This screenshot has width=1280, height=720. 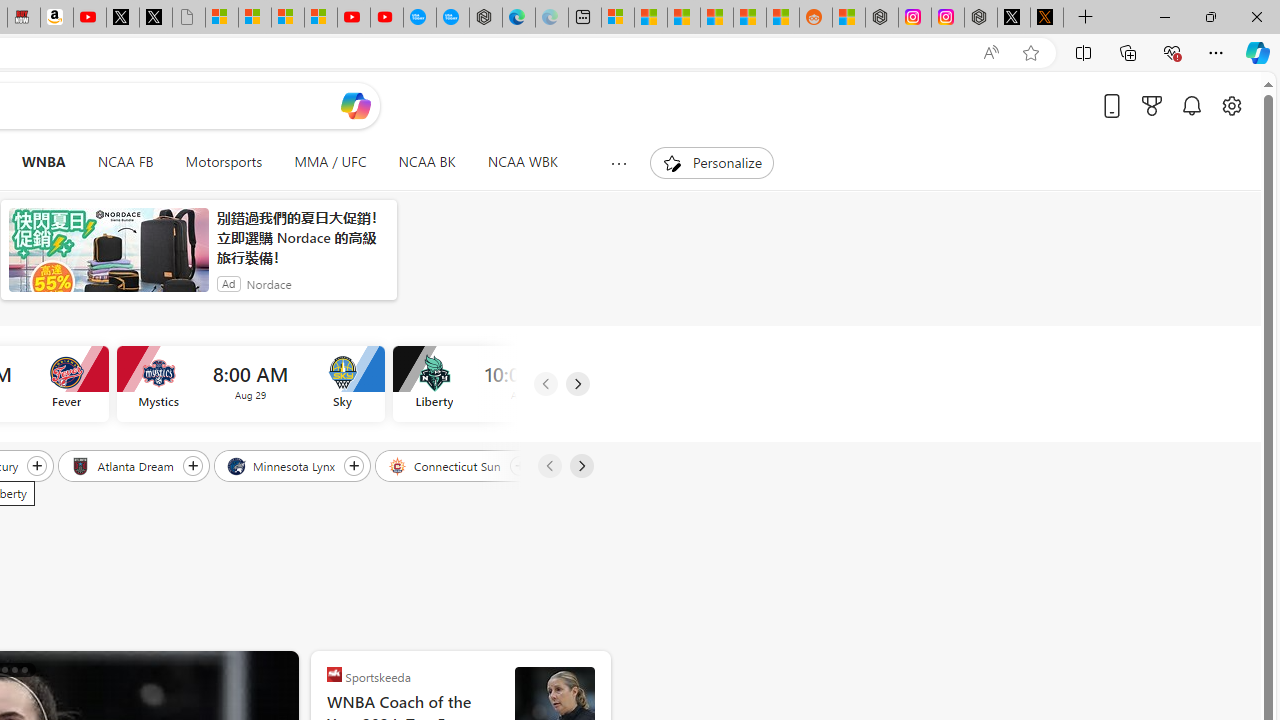 I want to click on 'Minnesota Lynx', so click(x=281, y=465).